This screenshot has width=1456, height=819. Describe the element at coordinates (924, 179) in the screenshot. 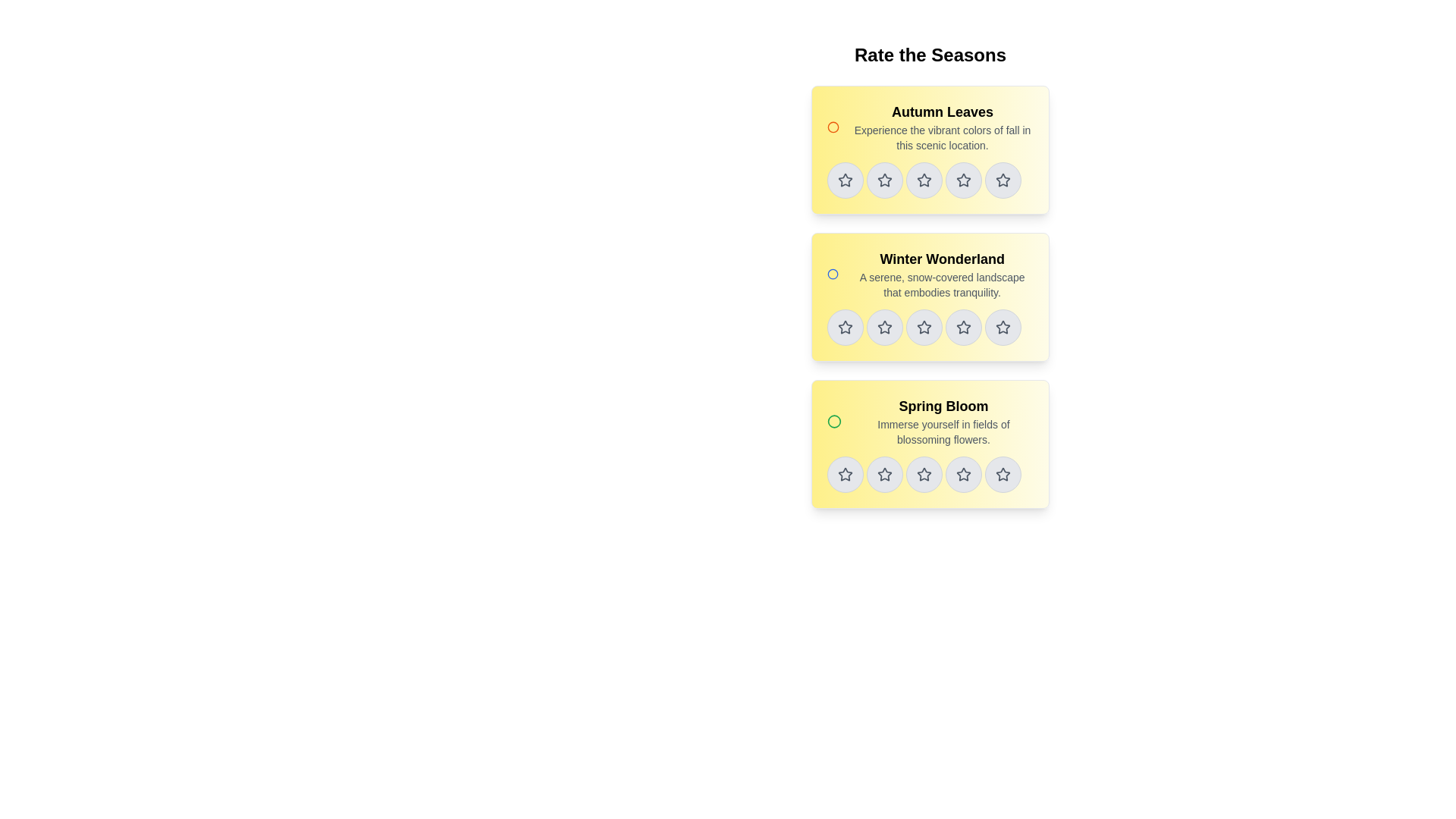

I see `the second star icon in the 'Autumn Leaves' rating section` at that location.